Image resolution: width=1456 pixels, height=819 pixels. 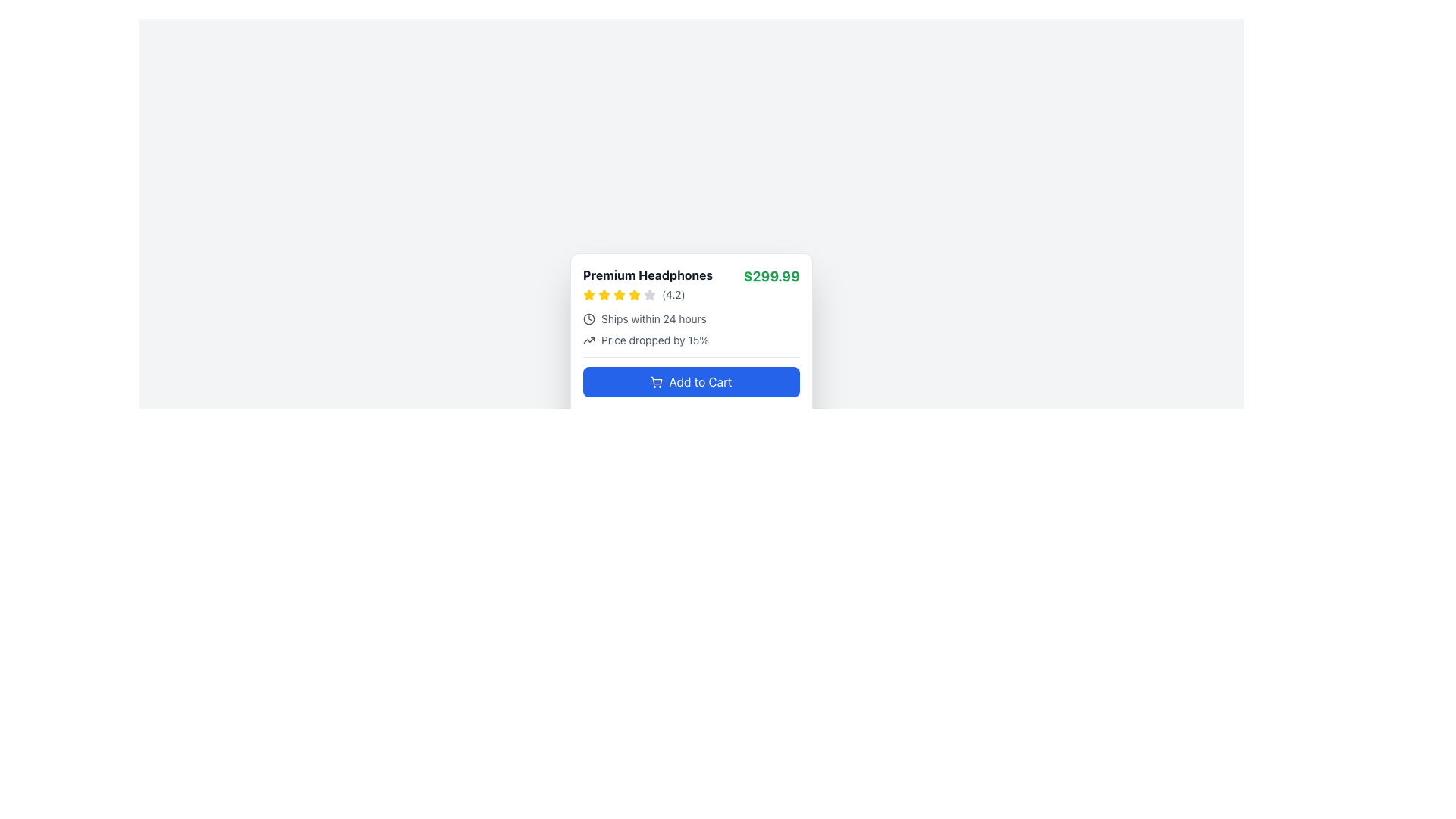 What do you see at coordinates (634, 295) in the screenshot?
I see `the fifth star icon in the rating system located at the bottom left part of the card-like widget, beneath the title and price information` at bounding box center [634, 295].